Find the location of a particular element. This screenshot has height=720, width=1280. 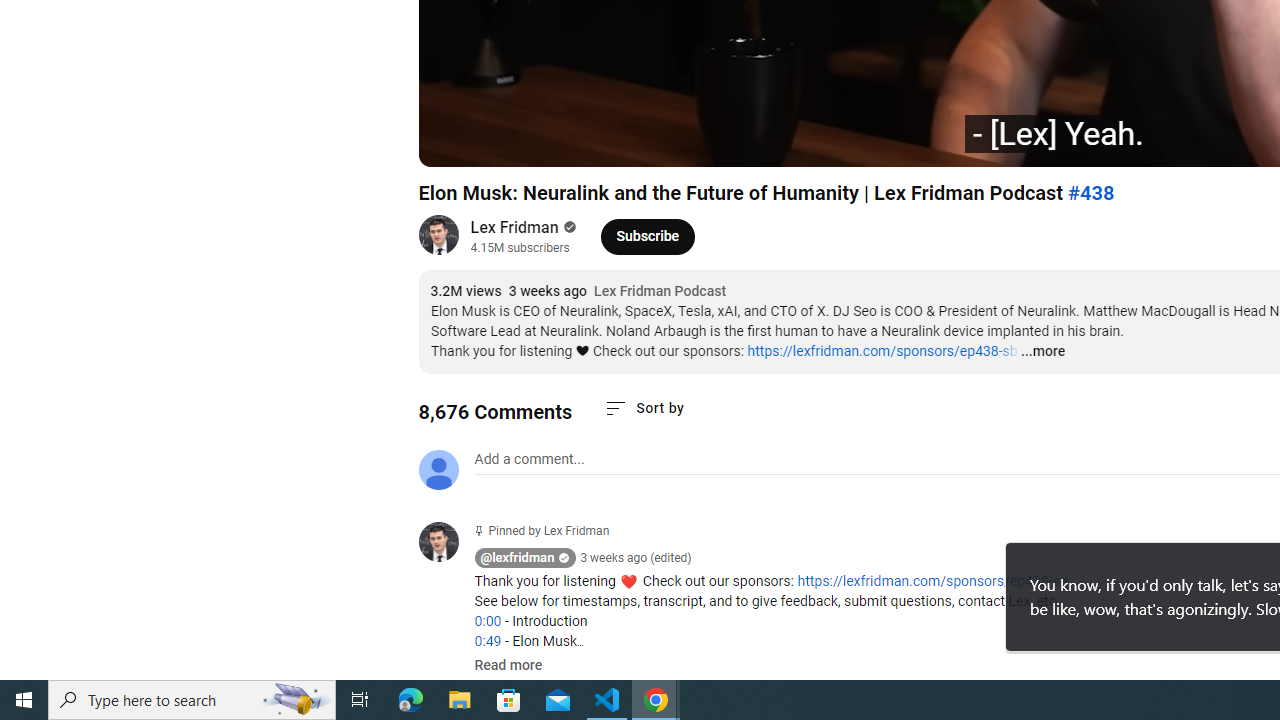

'AutomationID: simplebox-placeholder' is located at coordinates (529, 459).